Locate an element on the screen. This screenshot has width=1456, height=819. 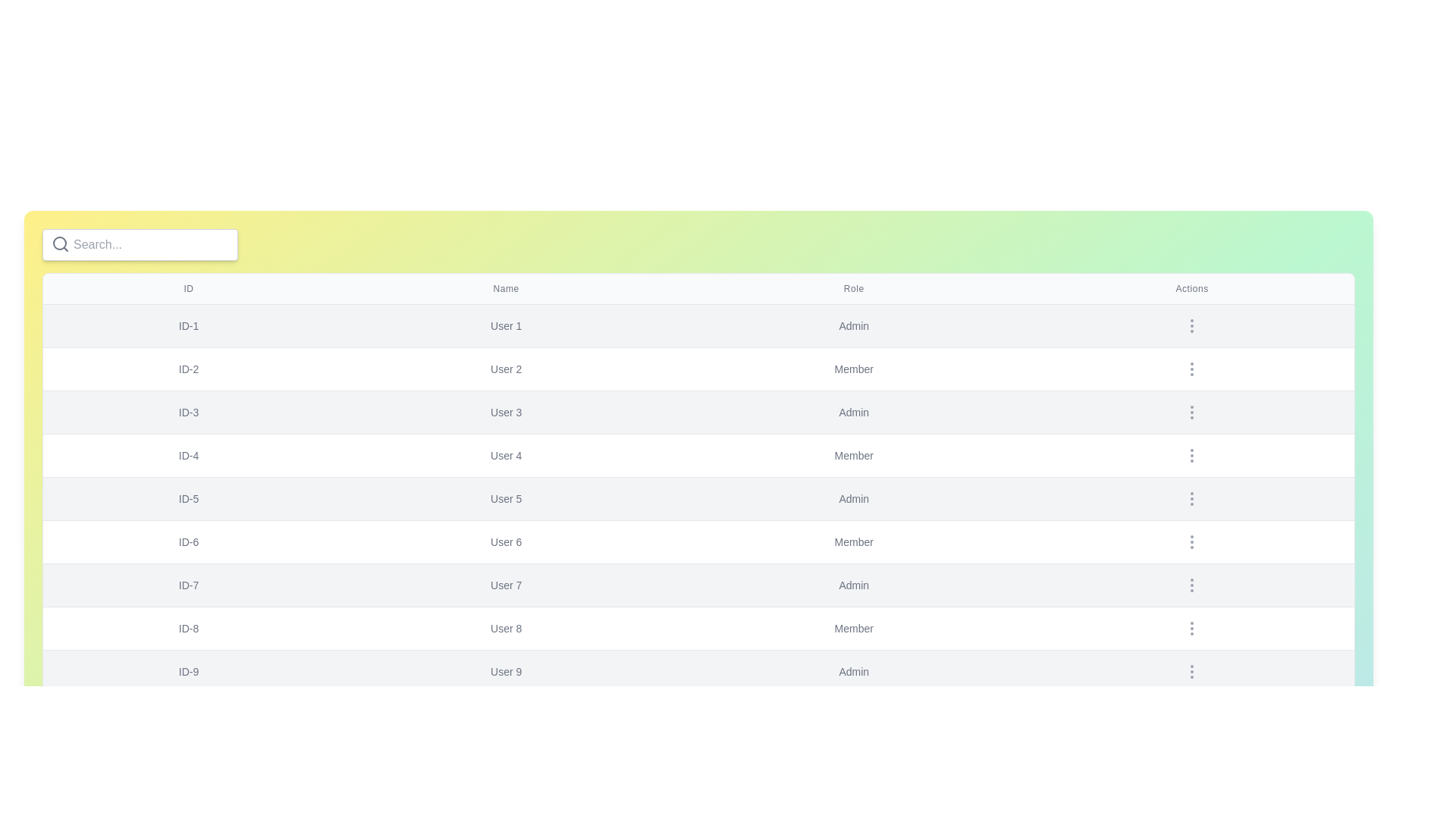
the table header Role to sort the table is located at coordinates (854, 289).